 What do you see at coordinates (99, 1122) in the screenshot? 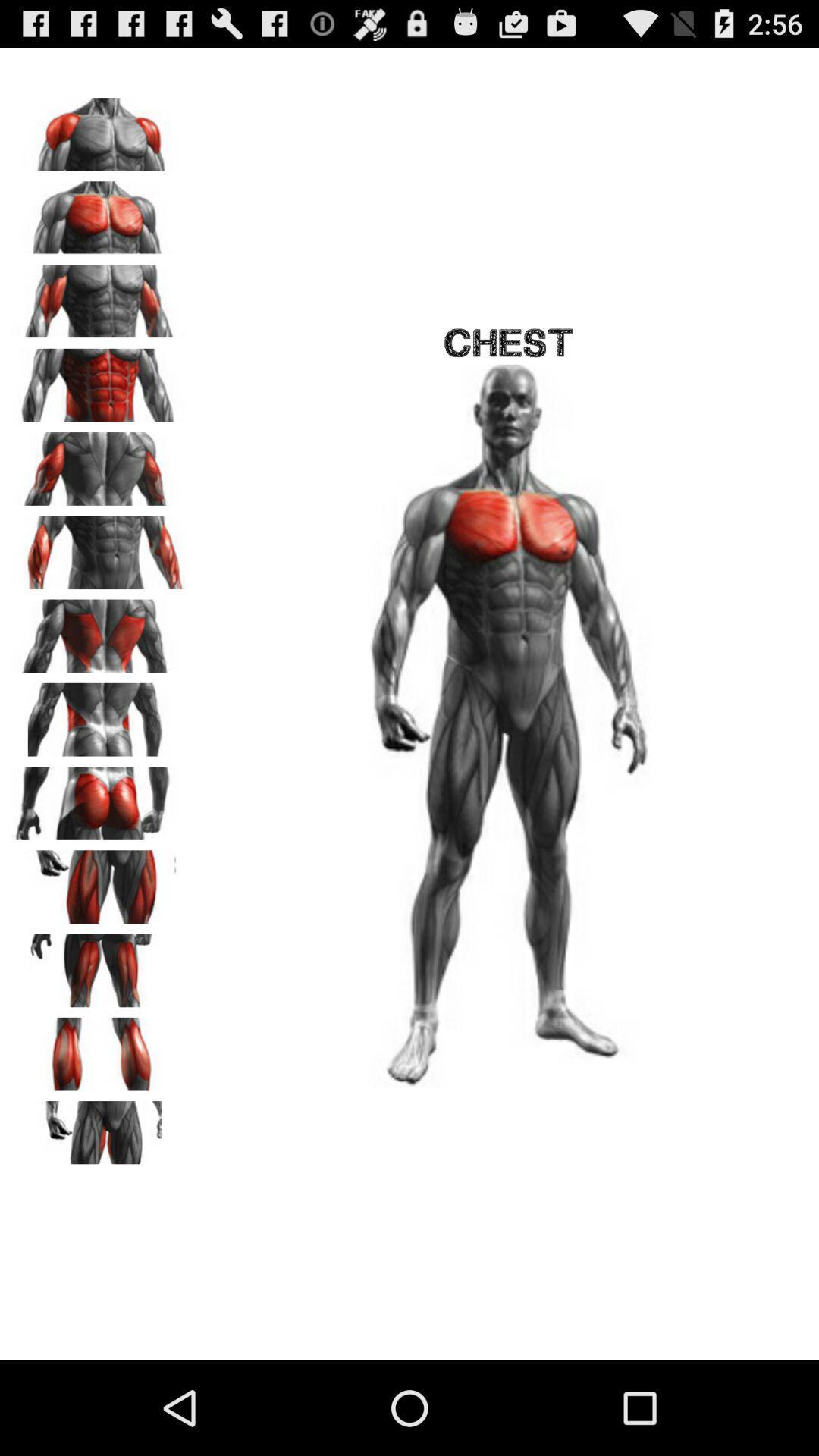
I see `the pause icon` at bounding box center [99, 1122].